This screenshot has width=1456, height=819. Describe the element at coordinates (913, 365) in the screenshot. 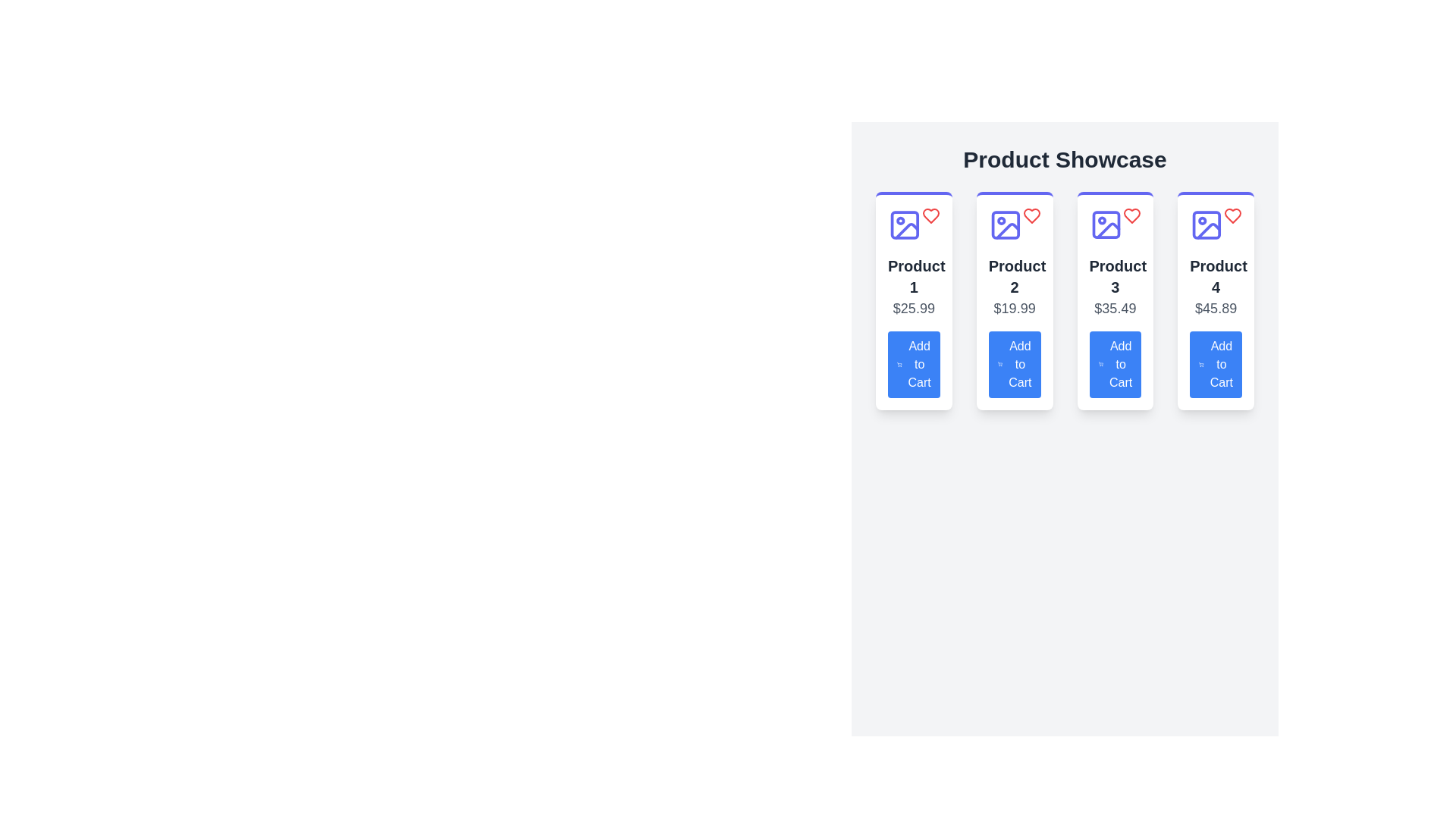

I see `the 'Add to Cart' button for 'Product 1' located at the bottom of the first product card in the leftmost position of the product grid` at that location.